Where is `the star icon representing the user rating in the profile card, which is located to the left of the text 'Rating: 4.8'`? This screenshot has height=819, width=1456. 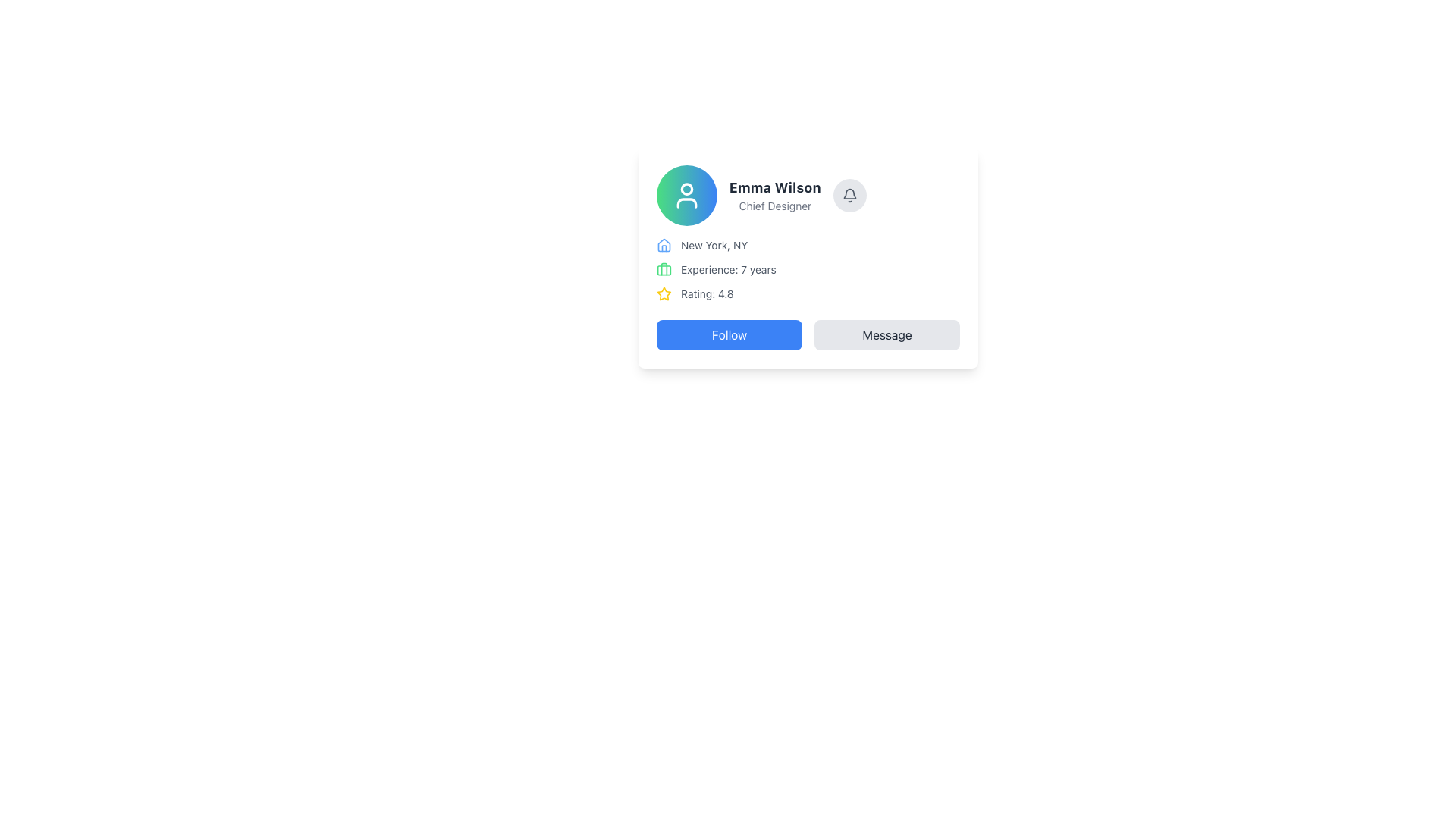 the star icon representing the user rating in the profile card, which is located to the left of the text 'Rating: 4.8' is located at coordinates (664, 293).